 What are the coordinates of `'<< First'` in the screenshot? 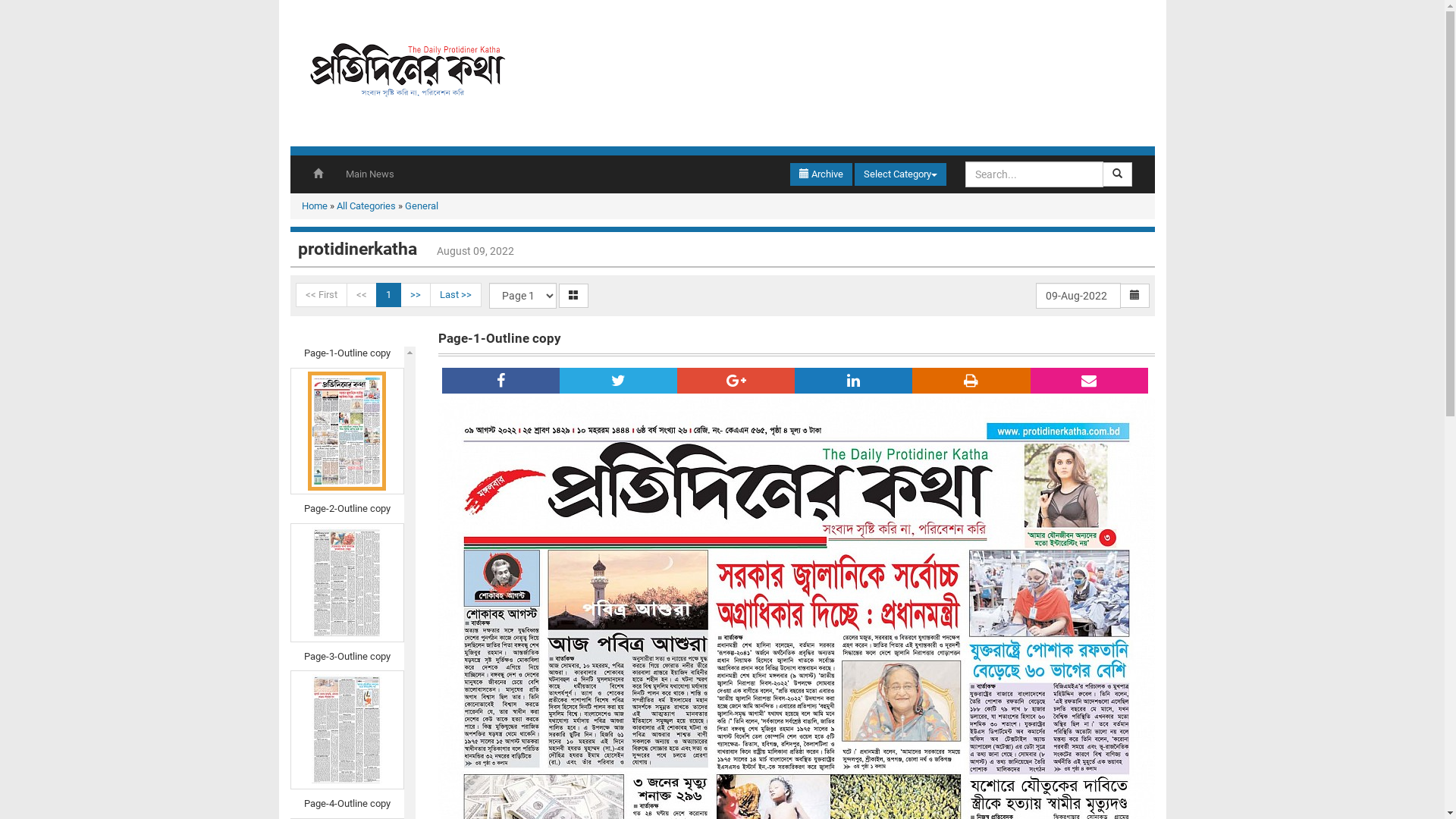 It's located at (320, 295).